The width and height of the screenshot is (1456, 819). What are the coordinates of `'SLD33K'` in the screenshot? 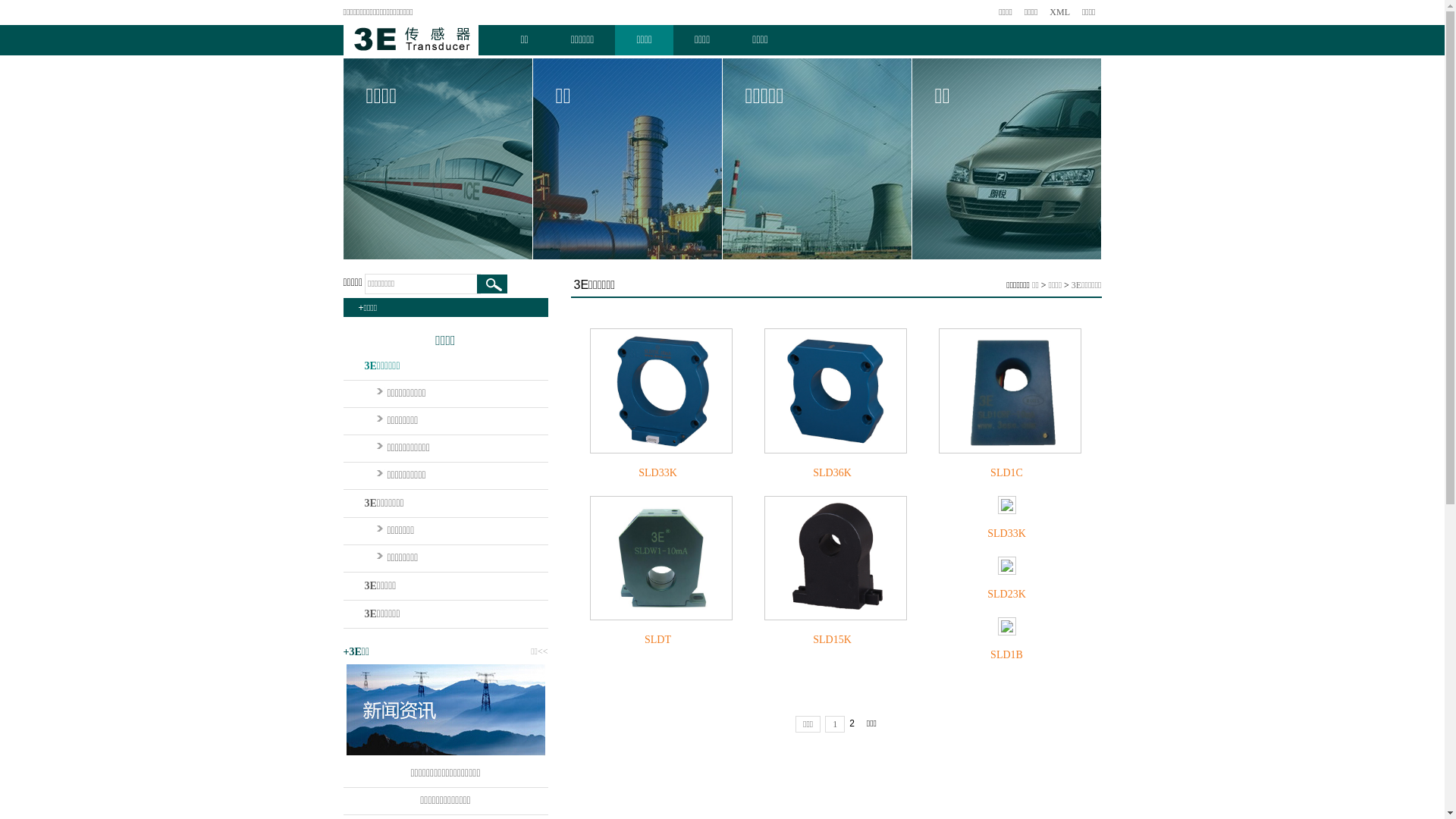 It's located at (1006, 532).